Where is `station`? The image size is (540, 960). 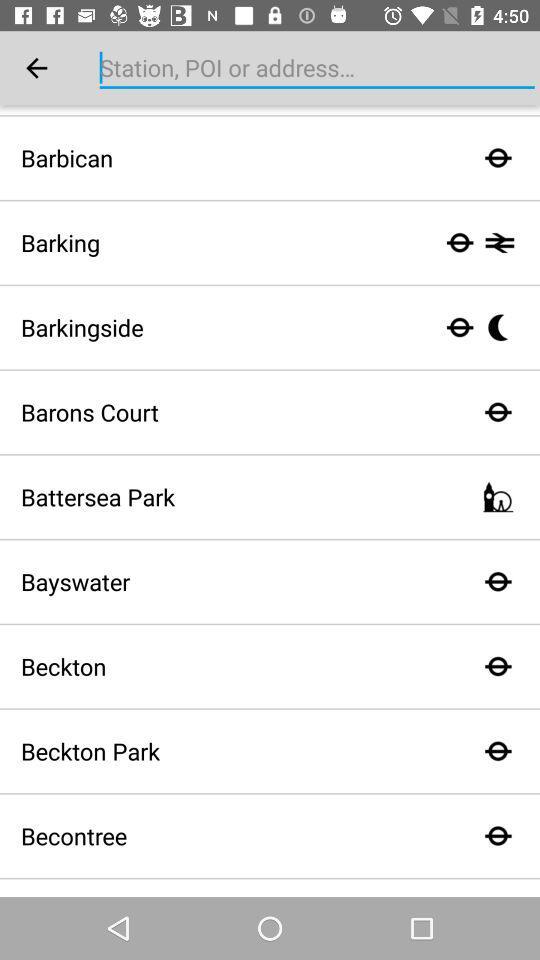 station is located at coordinates (317, 68).